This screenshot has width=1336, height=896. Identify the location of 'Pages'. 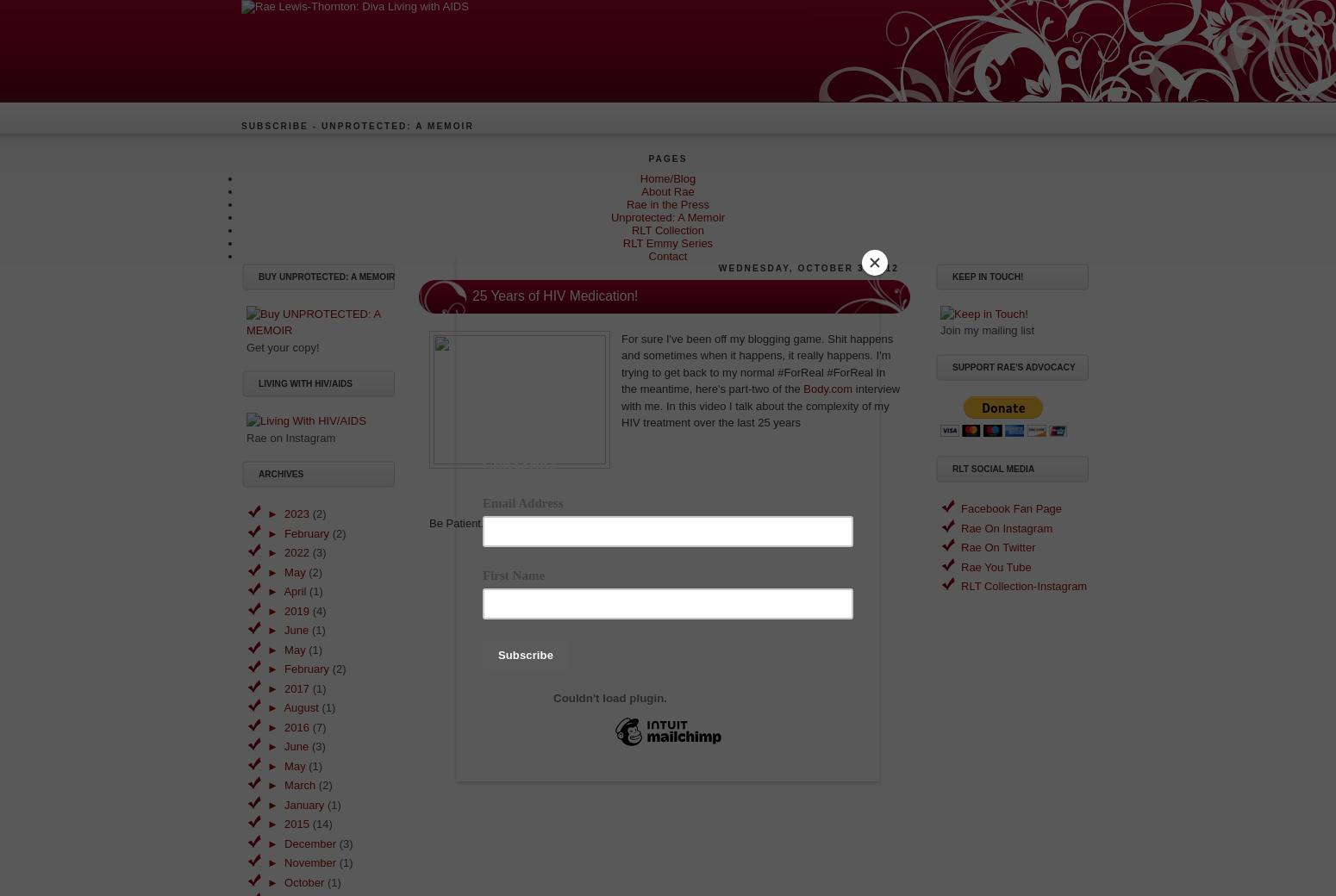
(667, 159).